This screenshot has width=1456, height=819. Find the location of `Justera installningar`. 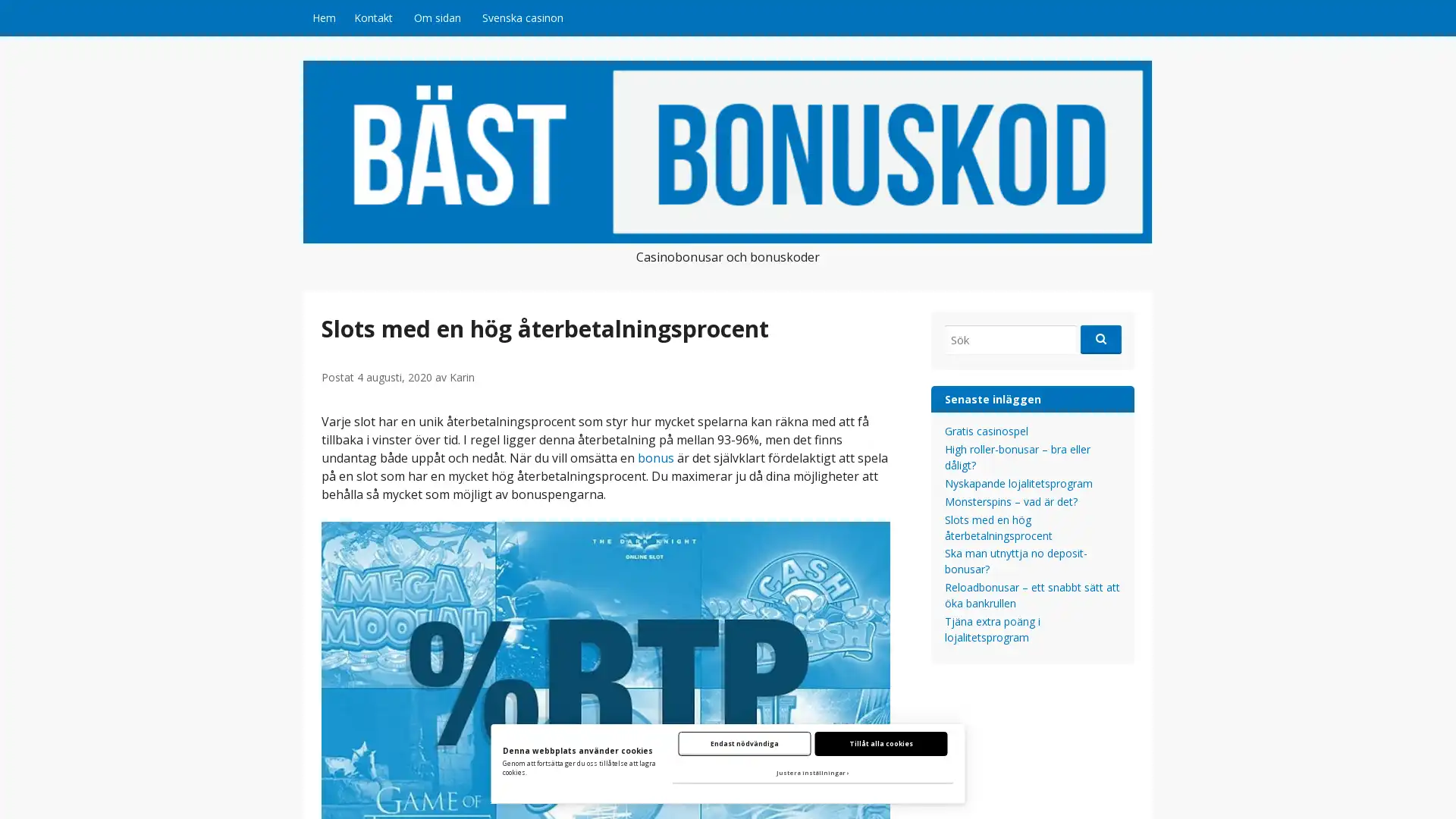

Justera installningar is located at coordinates (811, 773).